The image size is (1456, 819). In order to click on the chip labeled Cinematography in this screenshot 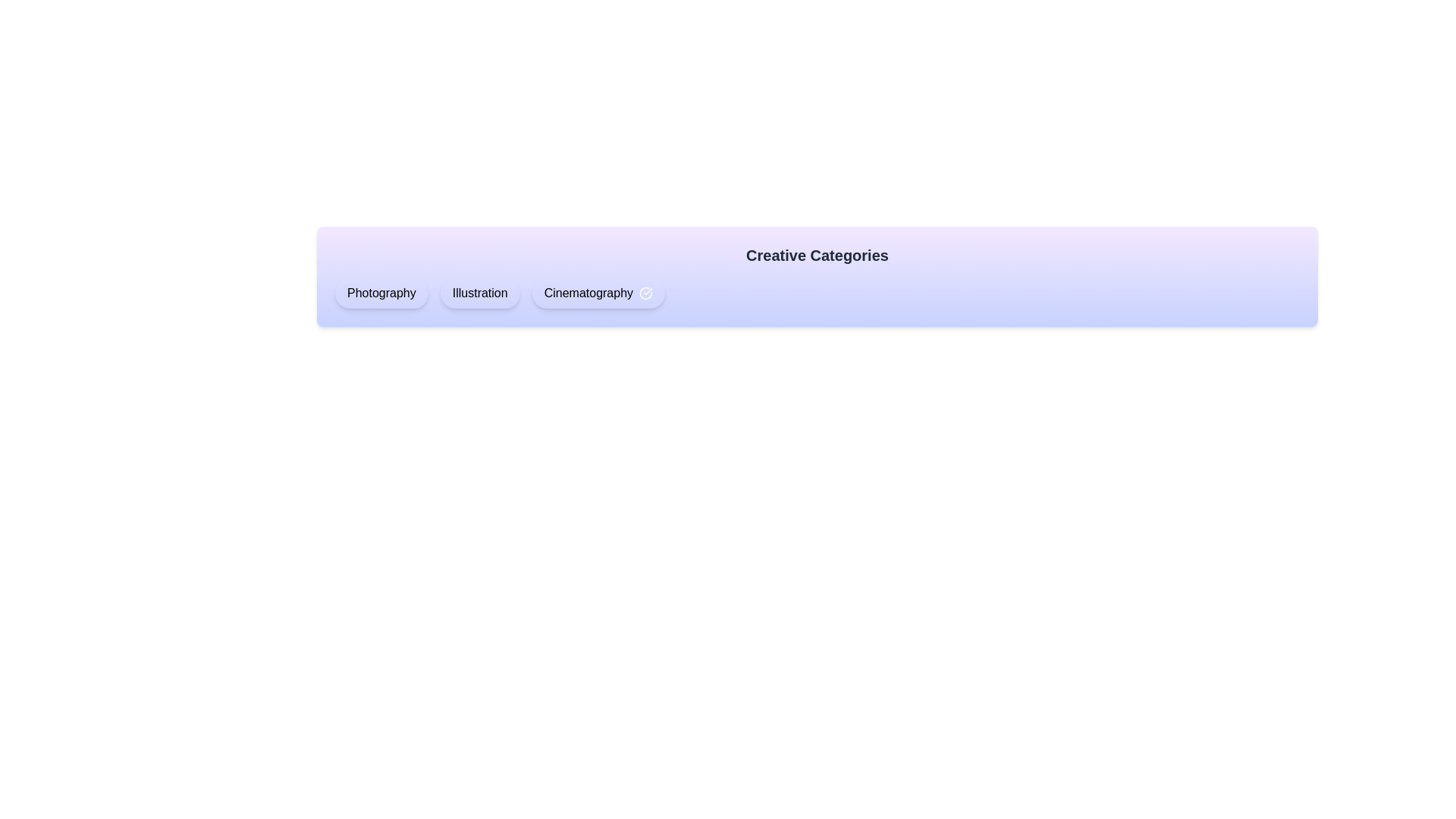, I will do `click(597, 293)`.